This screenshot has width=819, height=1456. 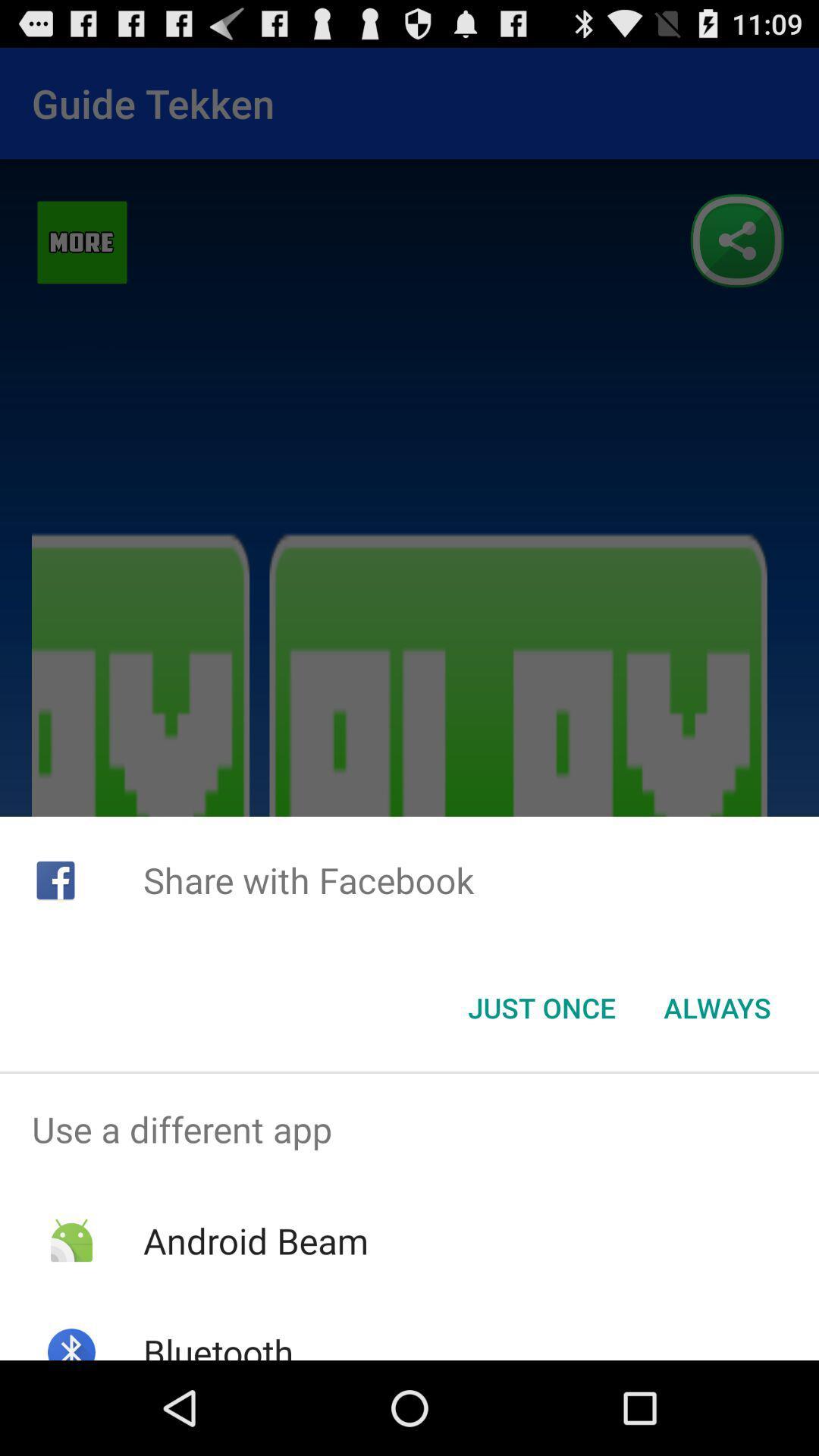 What do you see at coordinates (541, 1008) in the screenshot?
I see `item next to always` at bounding box center [541, 1008].